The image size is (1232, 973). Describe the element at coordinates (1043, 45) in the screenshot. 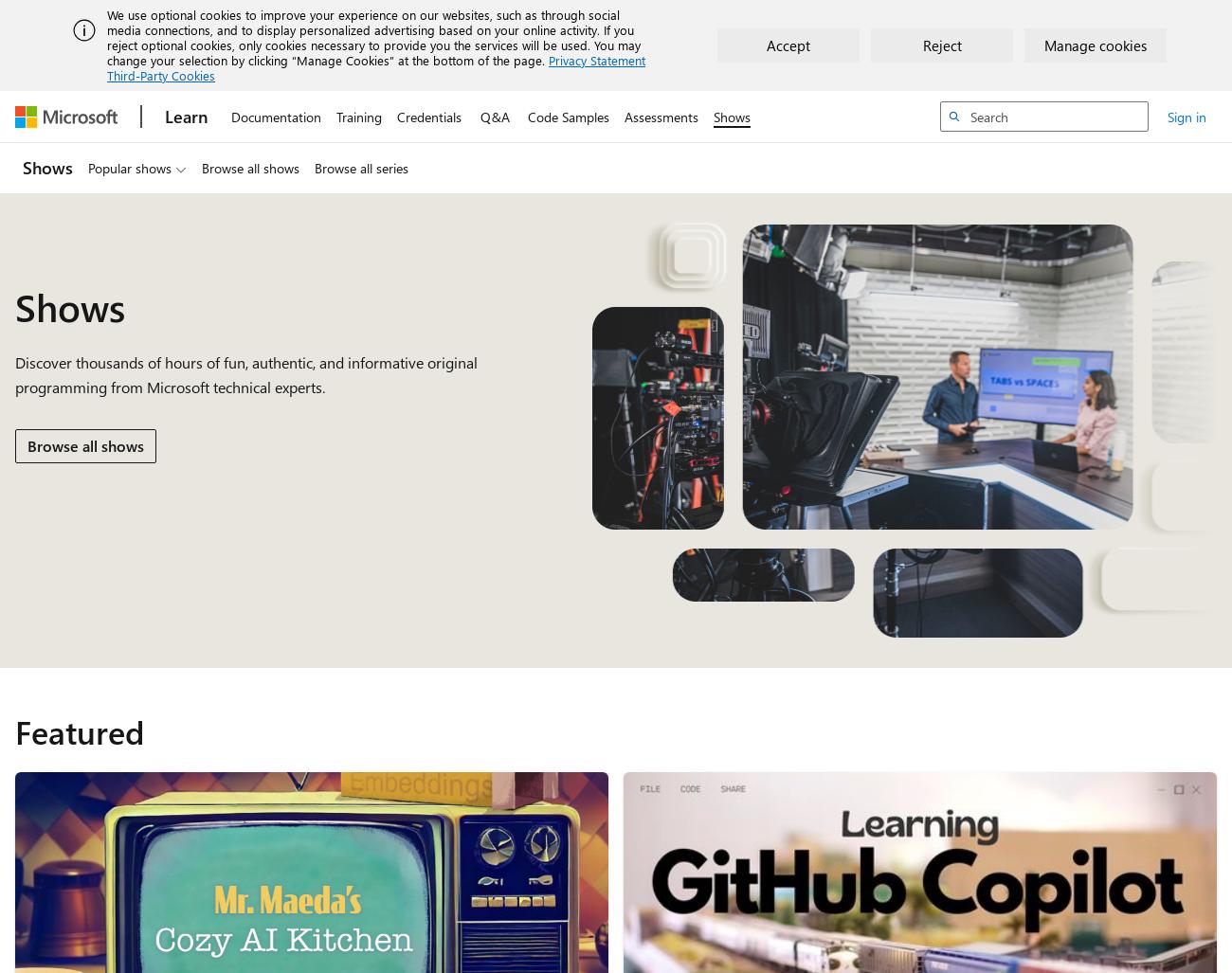

I see `'Manage cookies'` at that location.